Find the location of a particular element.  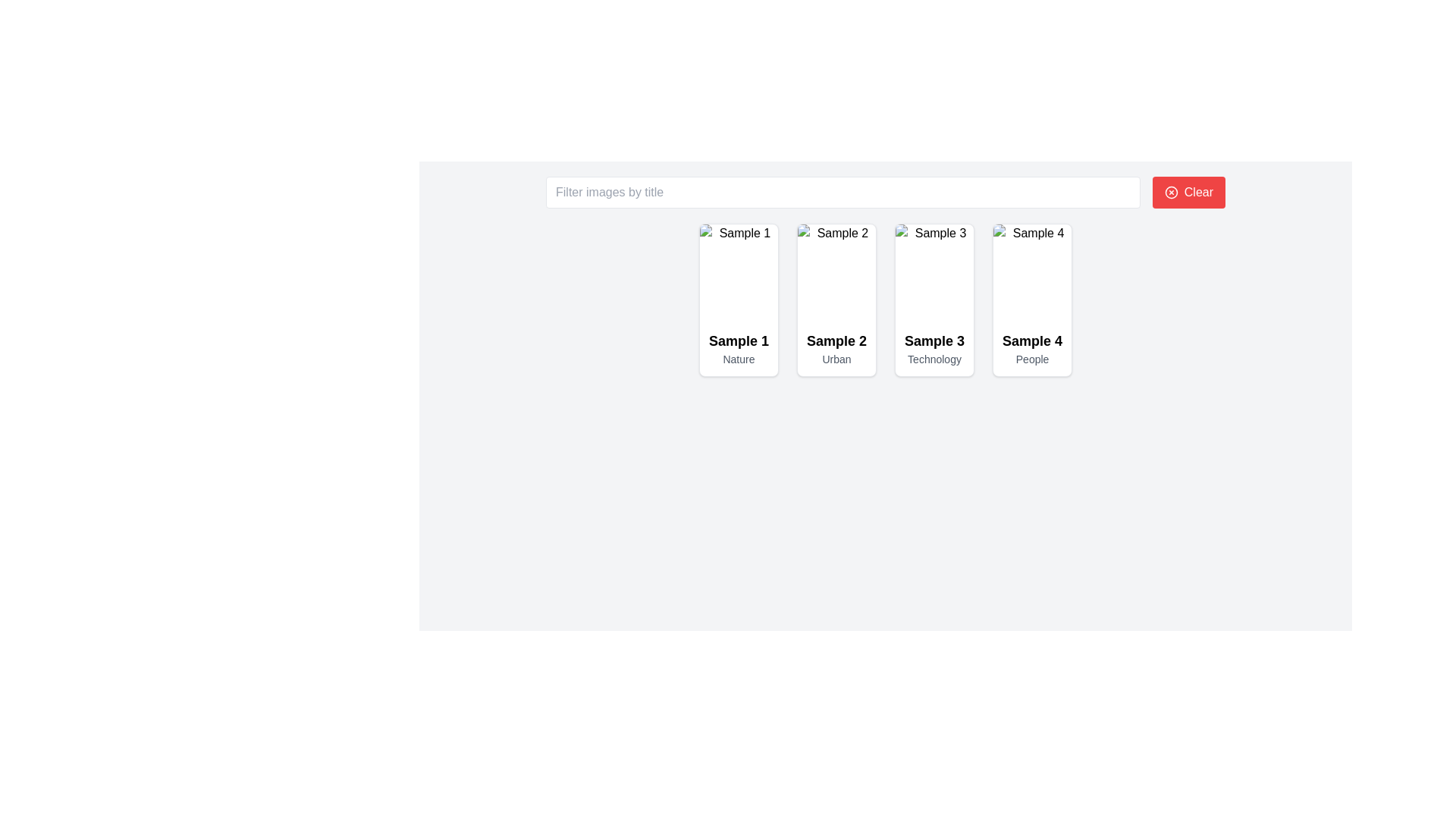

the primary label or title for the second card in the interface, positioned above the phrase 'Urban' is located at coordinates (836, 341).